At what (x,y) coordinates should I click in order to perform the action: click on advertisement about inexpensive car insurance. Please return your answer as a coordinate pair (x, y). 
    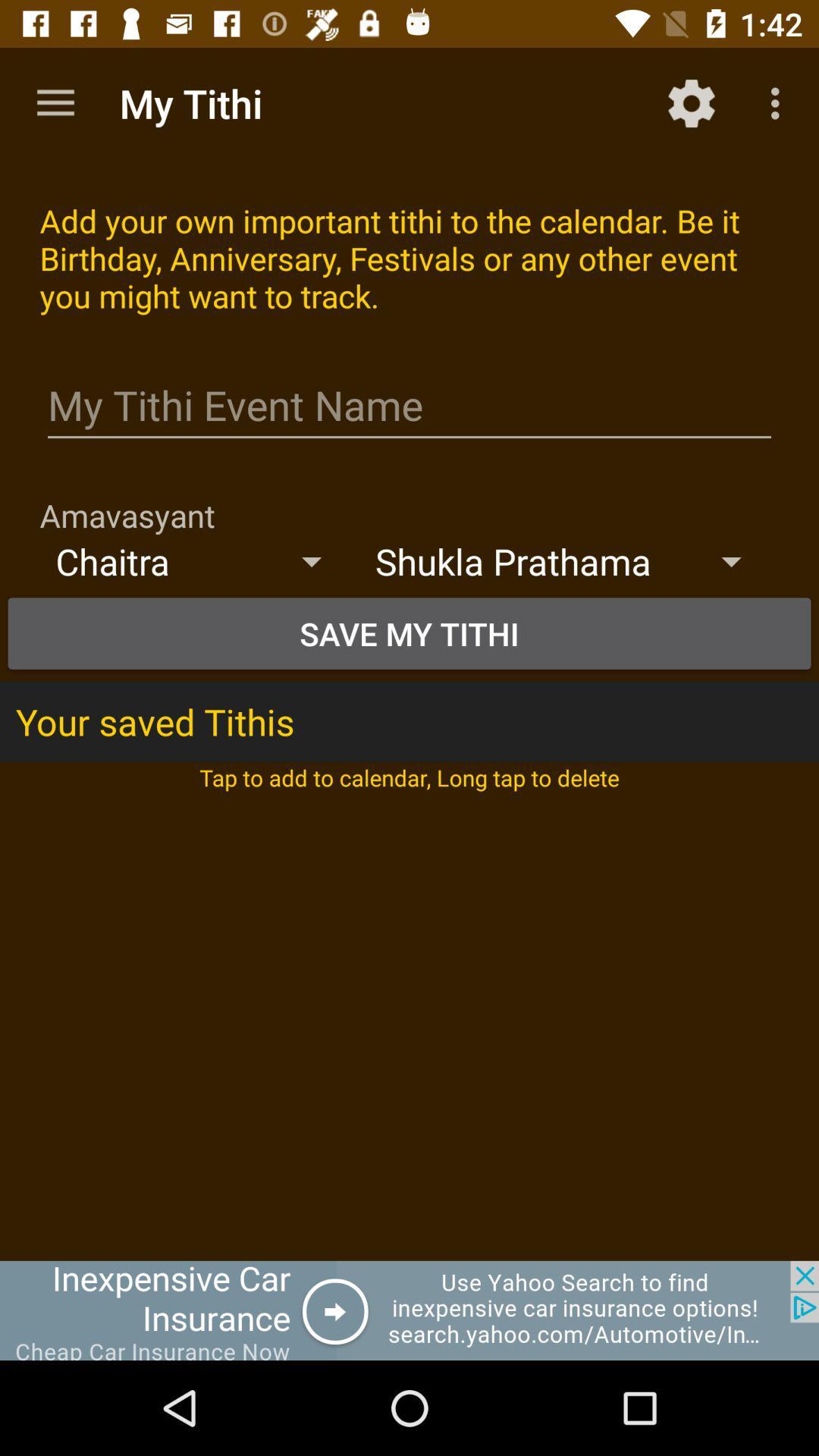
    Looking at the image, I should click on (409, 1310).